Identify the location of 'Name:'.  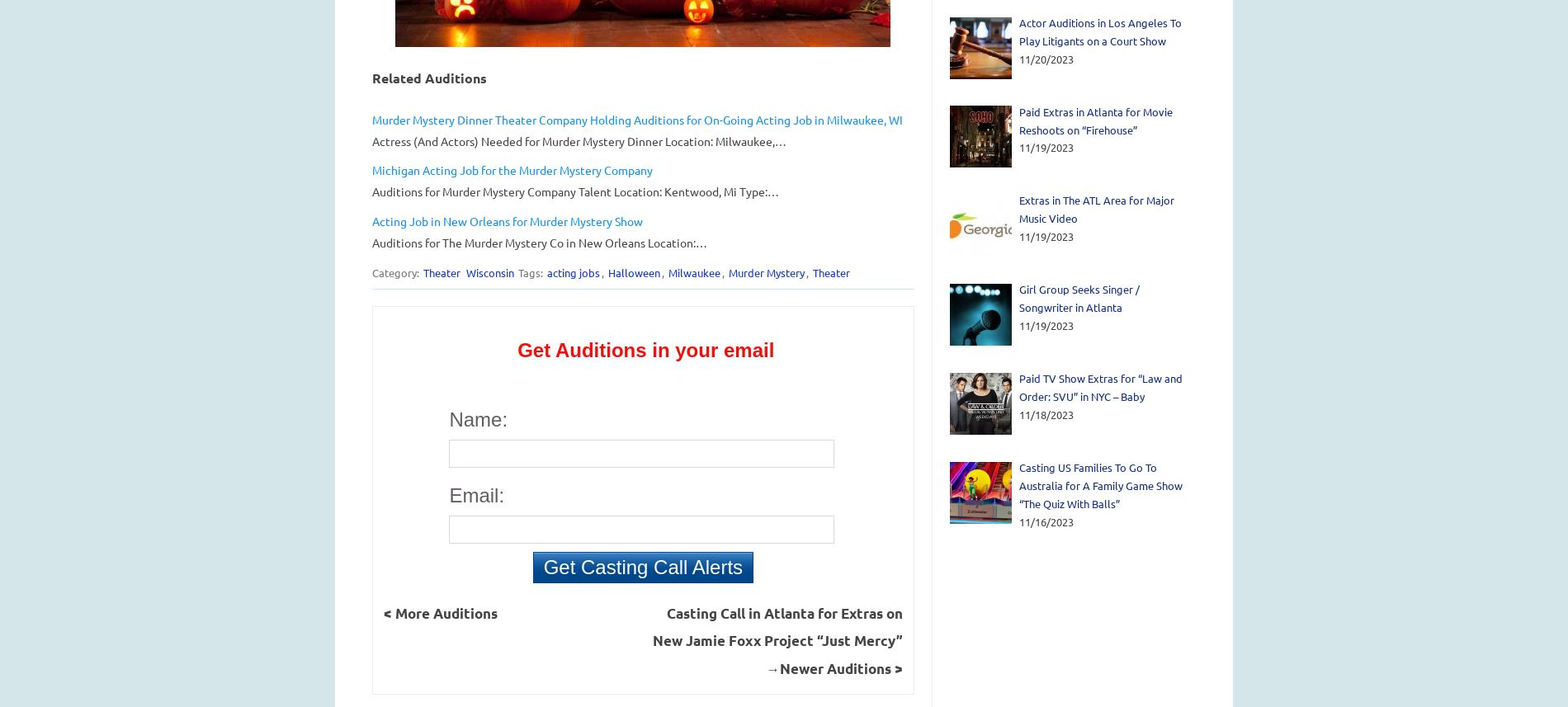
(448, 417).